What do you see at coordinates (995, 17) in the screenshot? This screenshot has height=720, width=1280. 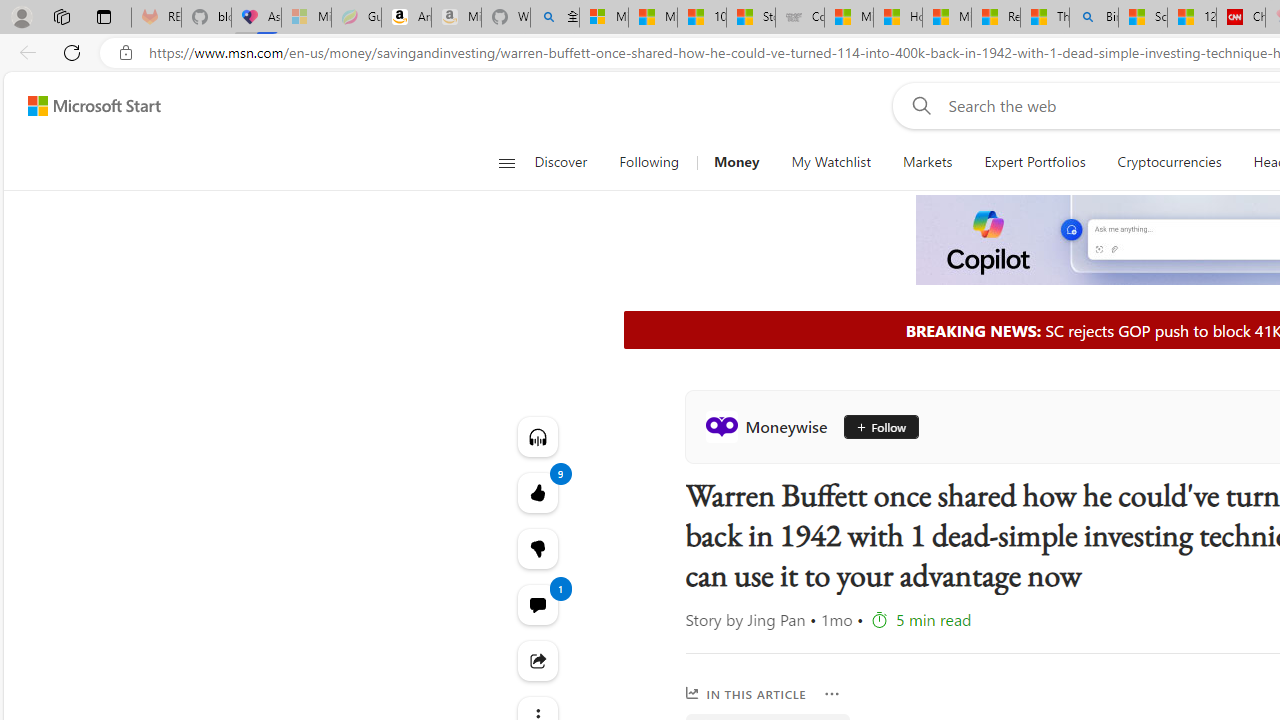 I see `'Recipes - MSN'` at bounding box center [995, 17].